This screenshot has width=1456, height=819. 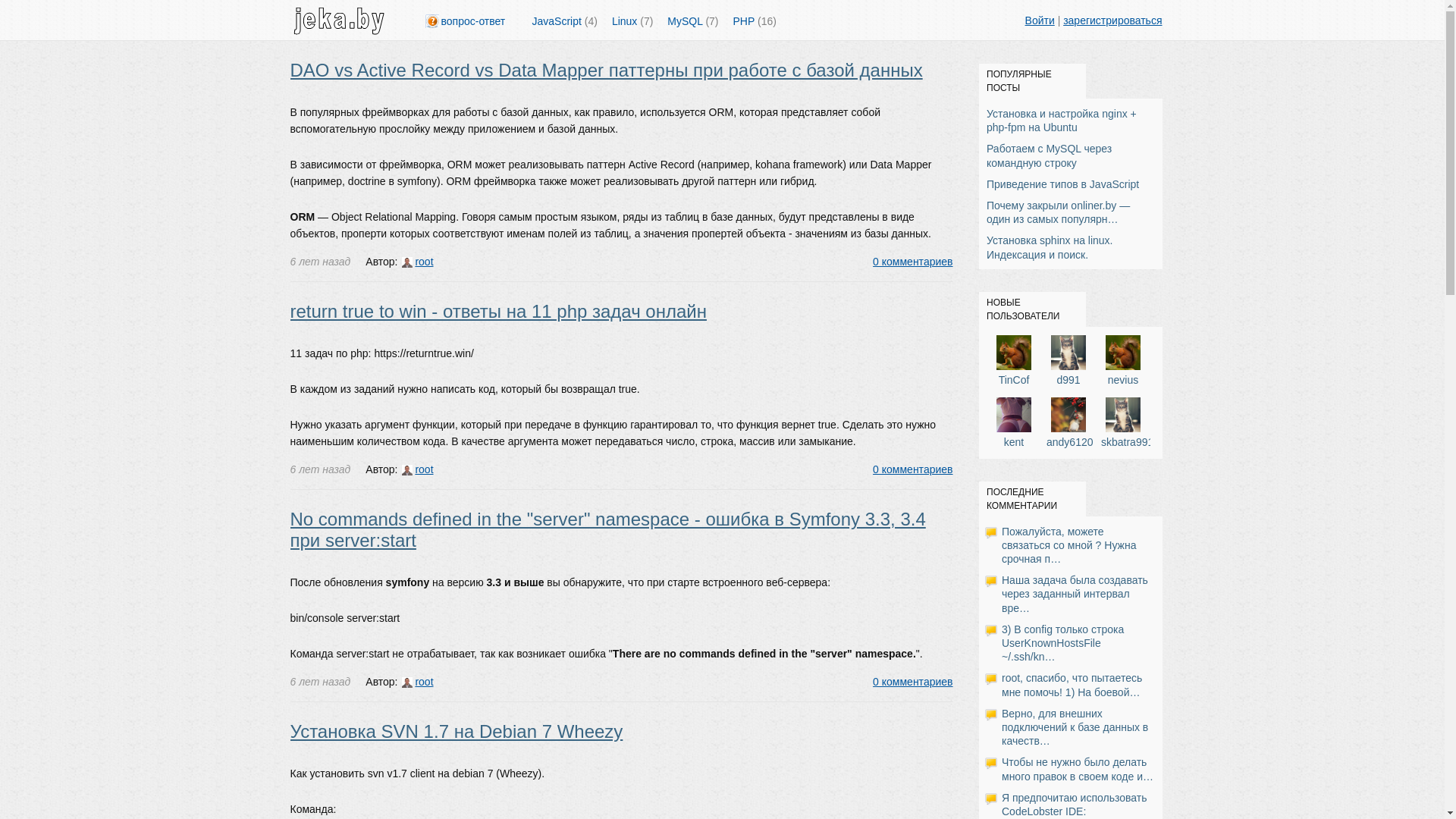 What do you see at coordinates (563, 20) in the screenshot?
I see `'JavaScript (4)'` at bounding box center [563, 20].